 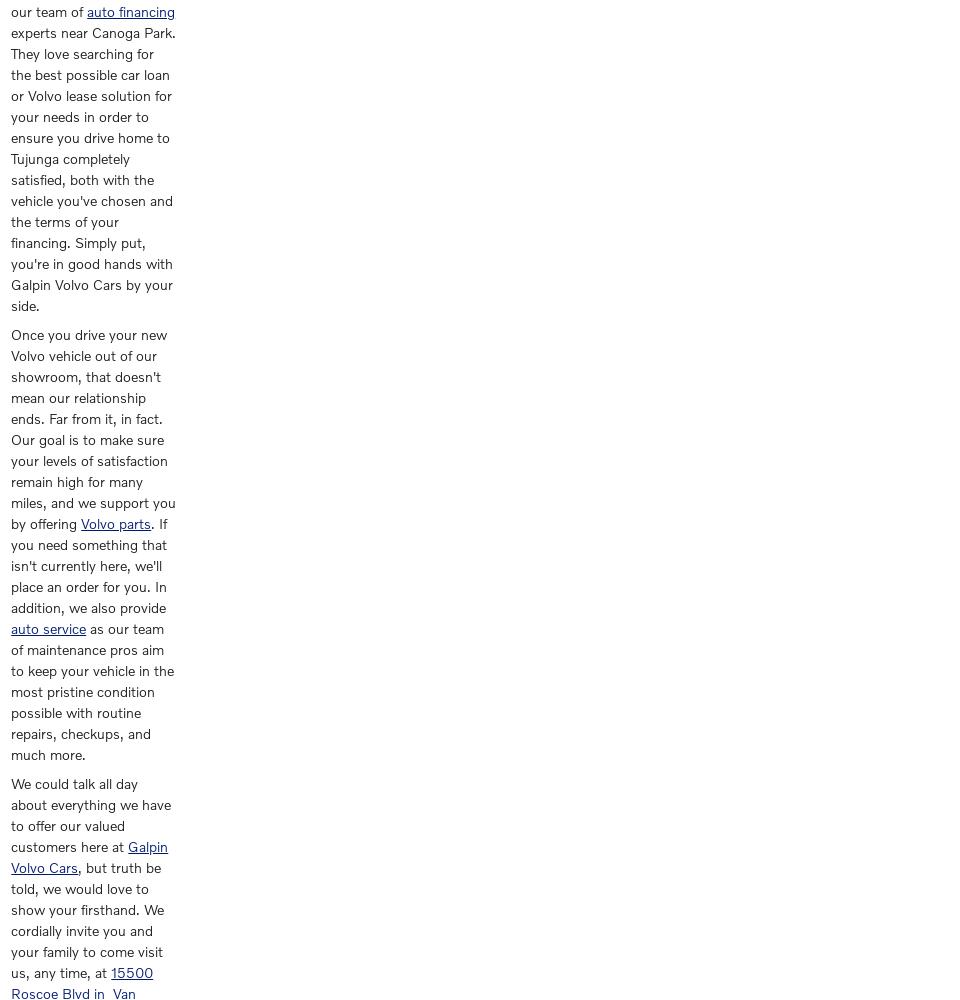 What do you see at coordinates (87, 920) in the screenshot?
I see `', but truth be told, we would love to show your firsthand. We cordially invite you and your family to come visit us, any time, at'` at bounding box center [87, 920].